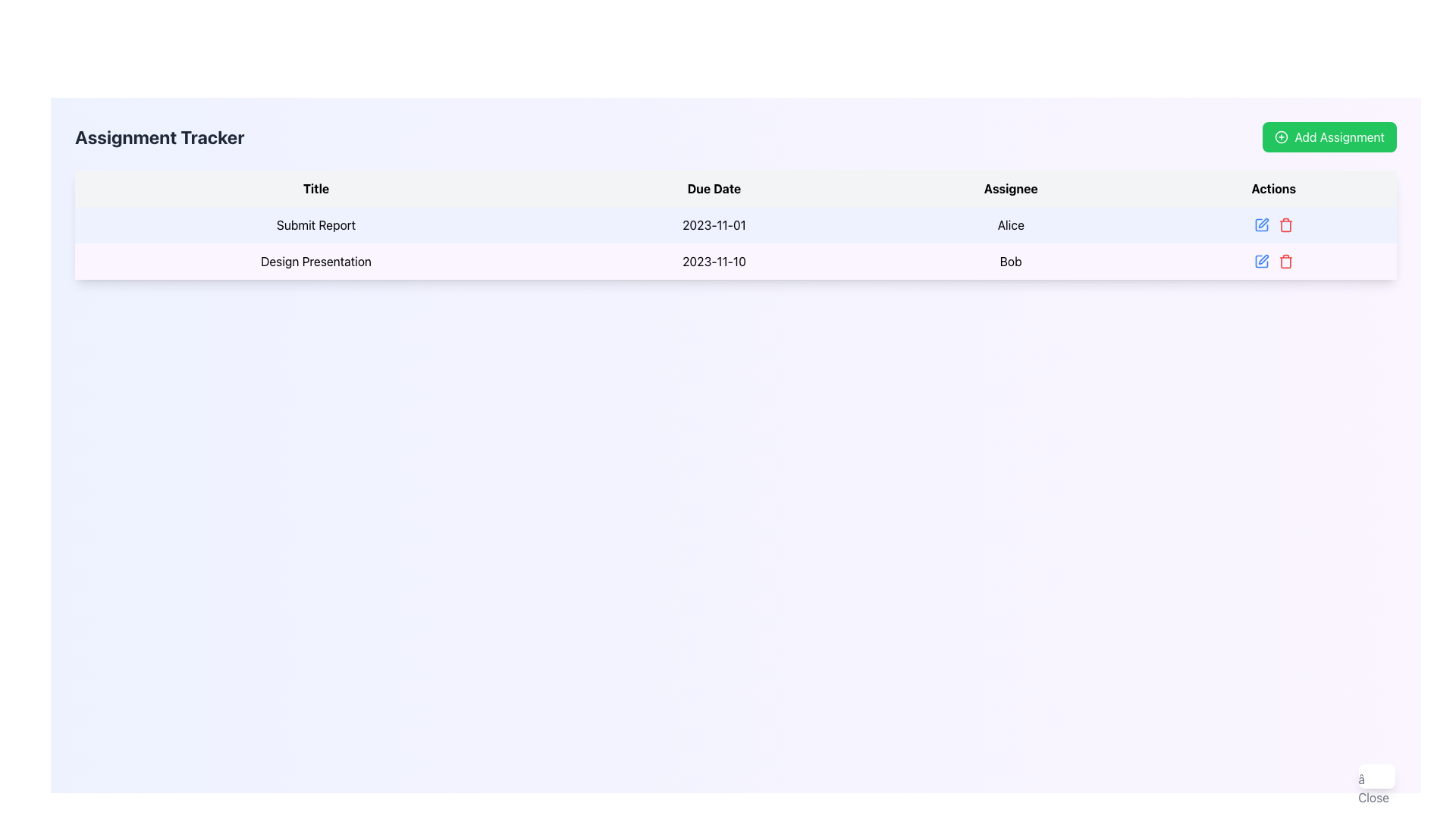 The width and height of the screenshot is (1456, 819). Describe the element at coordinates (315, 188) in the screenshot. I see `the Text Label that serves as the column header for 'Title', located at the top-left corner of the header row` at that location.